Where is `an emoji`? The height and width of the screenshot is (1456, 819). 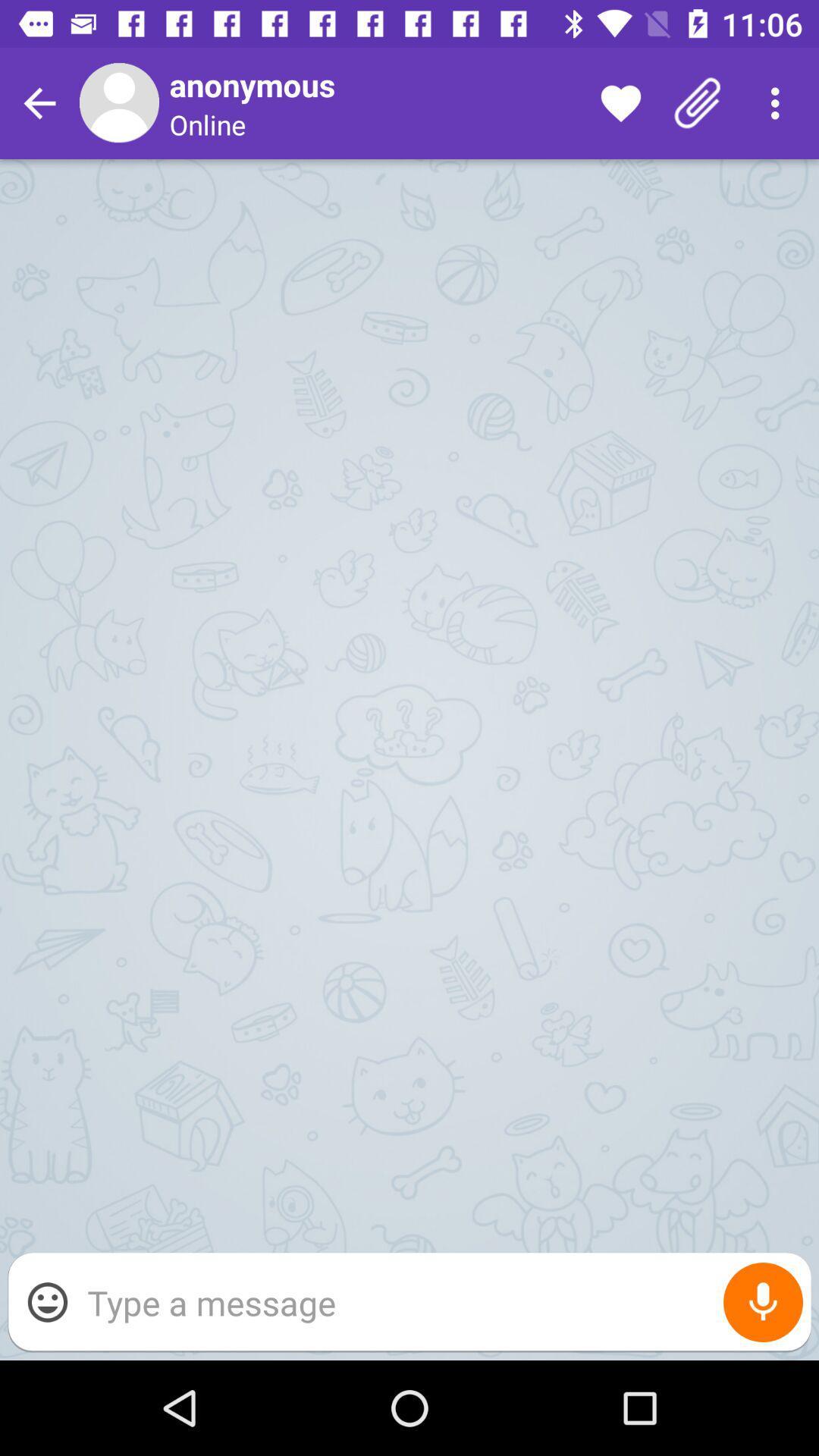
an emoji is located at coordinates (46, 1301).